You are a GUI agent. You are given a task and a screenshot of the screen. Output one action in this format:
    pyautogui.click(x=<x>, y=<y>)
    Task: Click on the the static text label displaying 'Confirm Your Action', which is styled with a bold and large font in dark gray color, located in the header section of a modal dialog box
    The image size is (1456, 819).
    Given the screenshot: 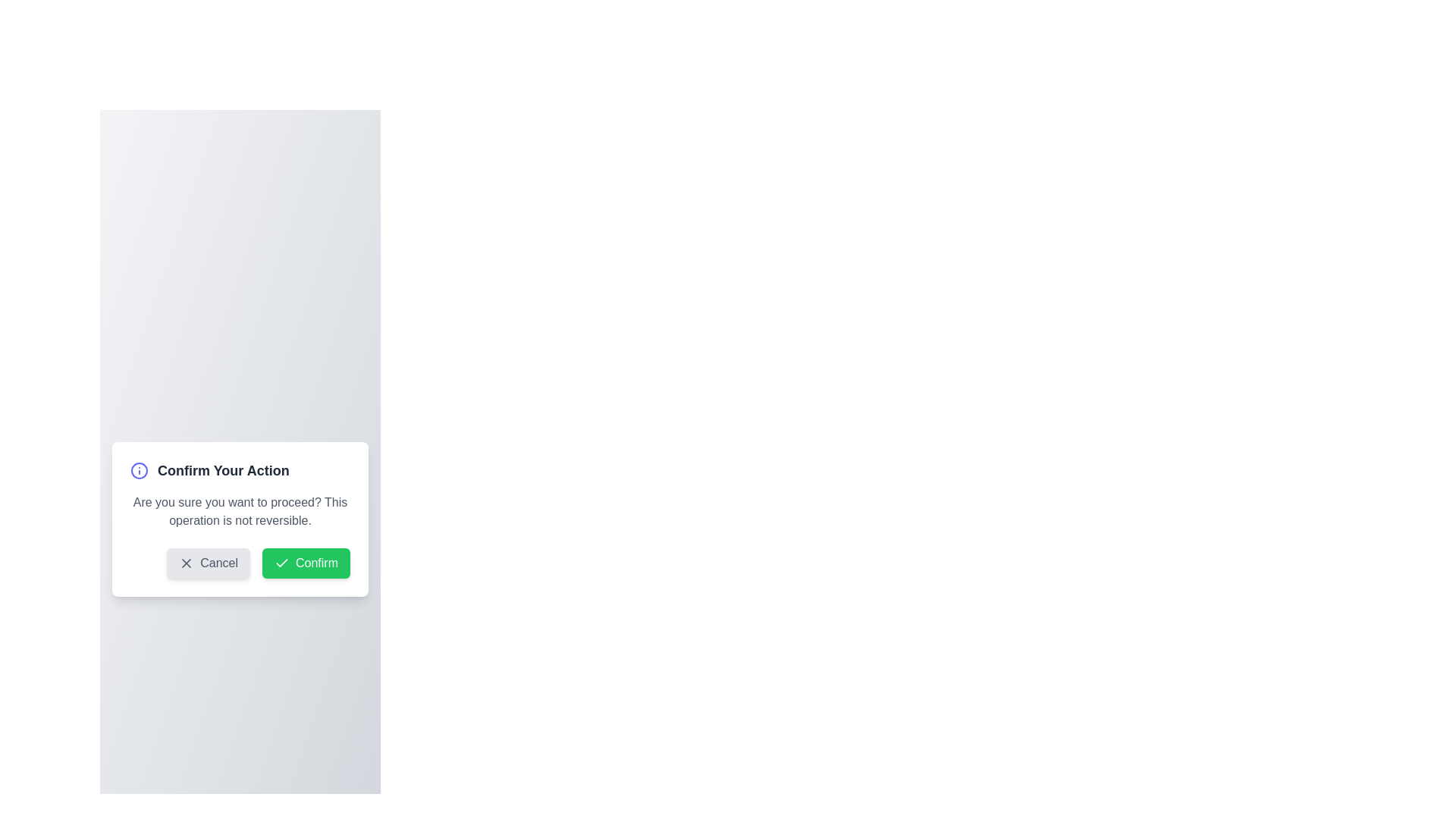 What is the action you would take?
    pyautogui.click(x=222, y=470)
    